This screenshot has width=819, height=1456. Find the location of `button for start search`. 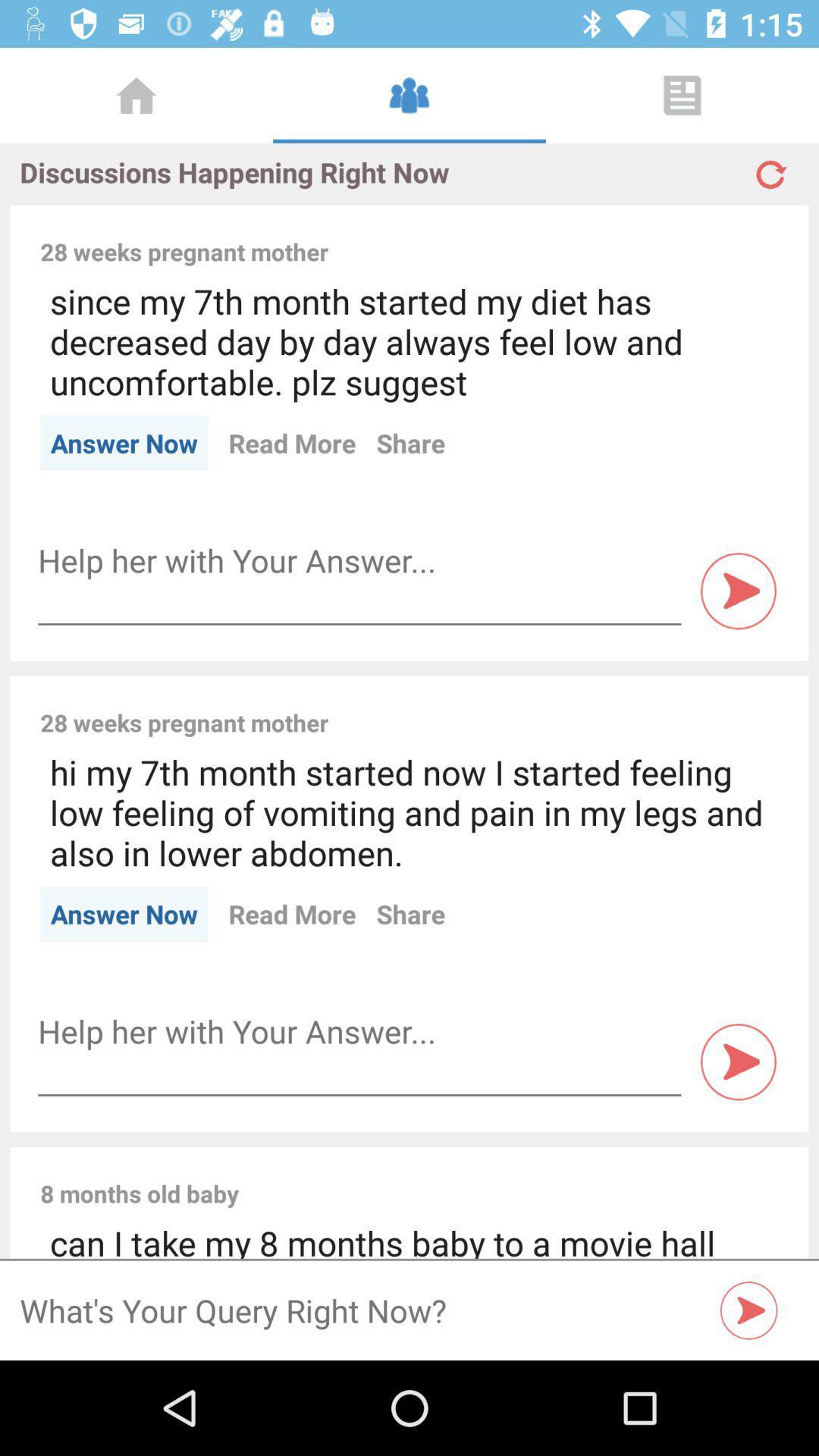

button for start search is located at coordinates (748, 1310).